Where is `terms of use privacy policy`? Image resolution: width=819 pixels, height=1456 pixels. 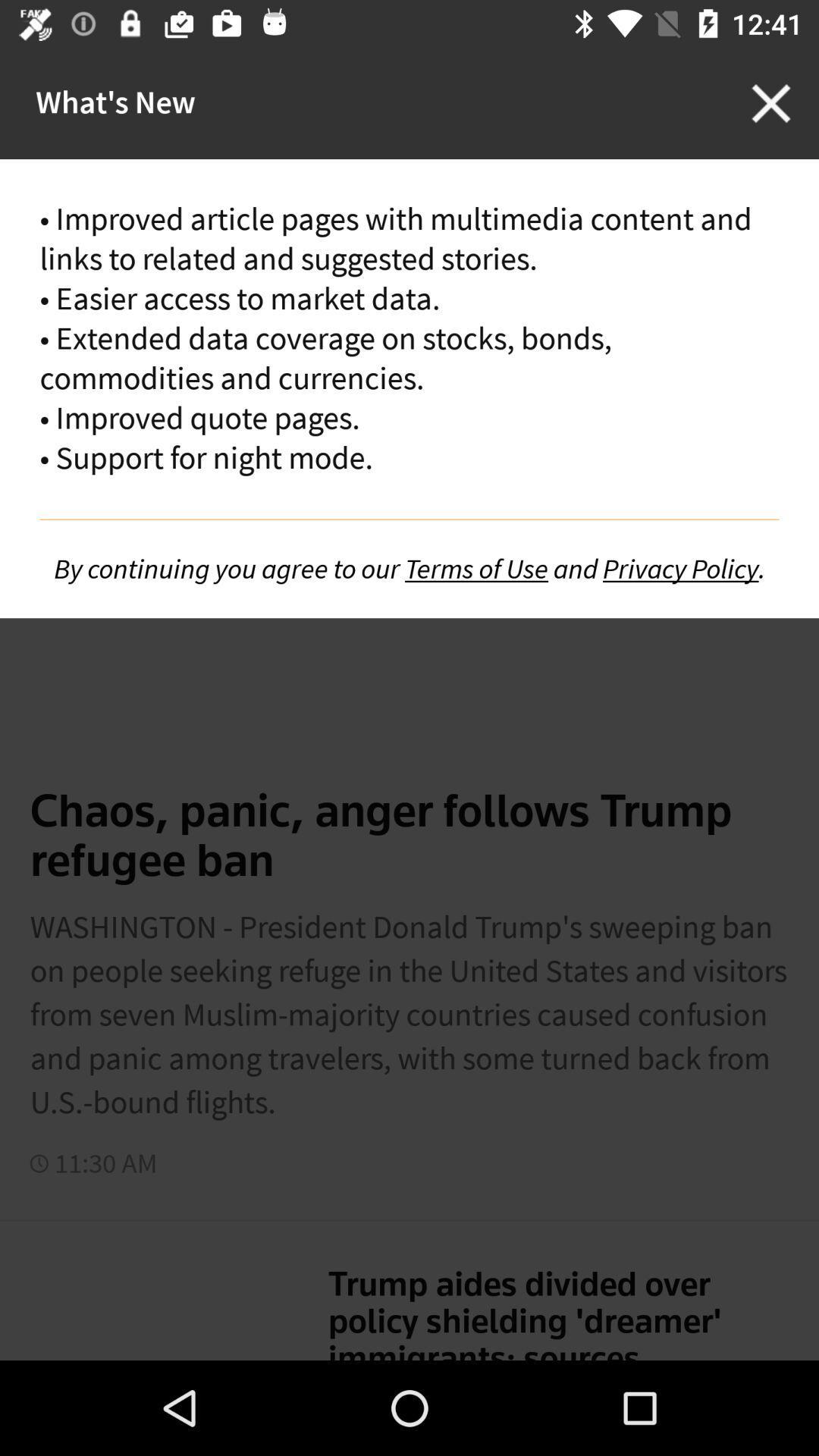
terms of use privacy policy is located at coordinates (409, 568).